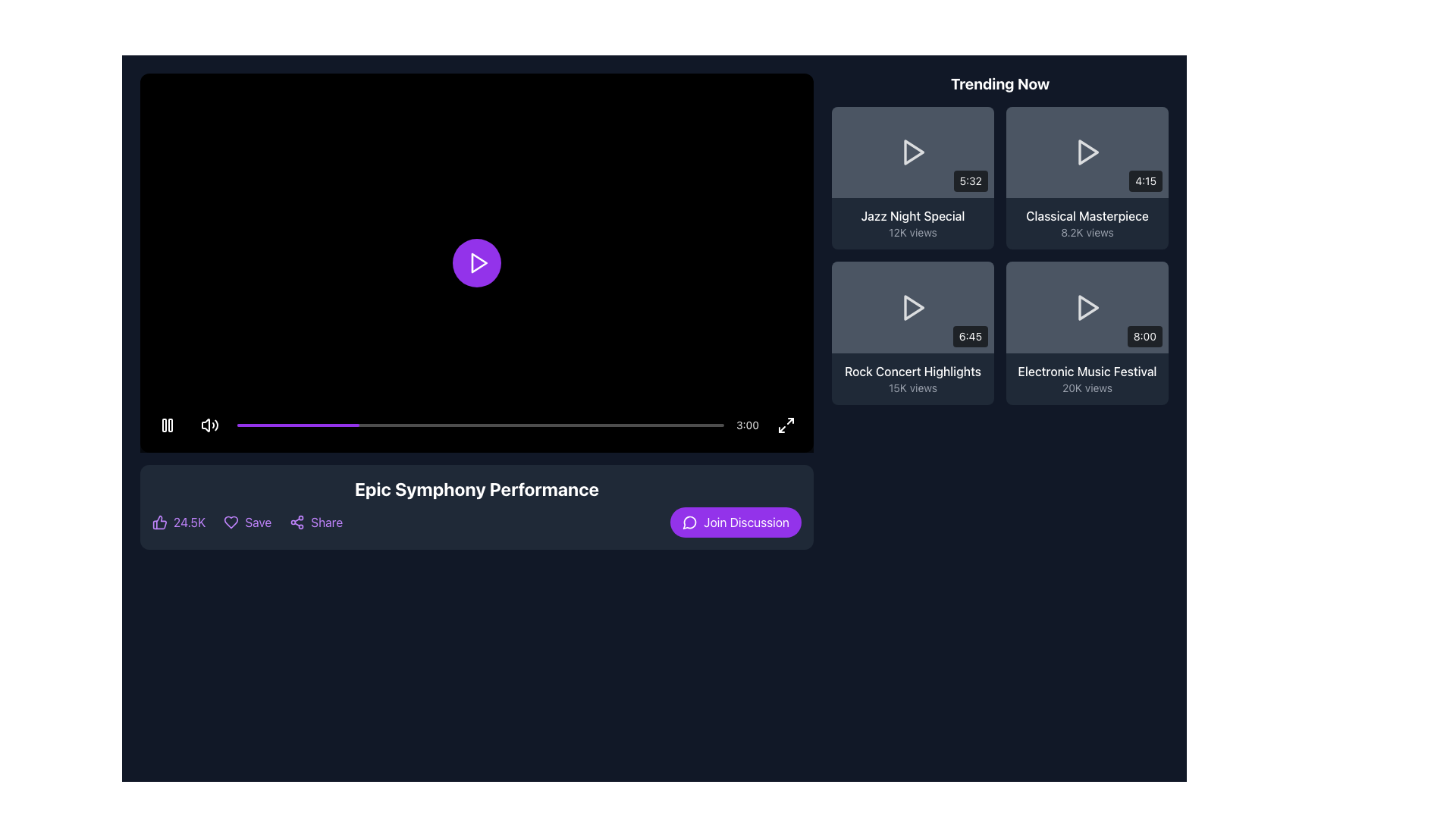  Describe the element at coordinates (247, 521) in the screenshot. I see `the save button located centrally among a horizontal row of action buttons beneath the video player, specifically the second button between the '24.5K likes' and 'Share' buttons` at that location.